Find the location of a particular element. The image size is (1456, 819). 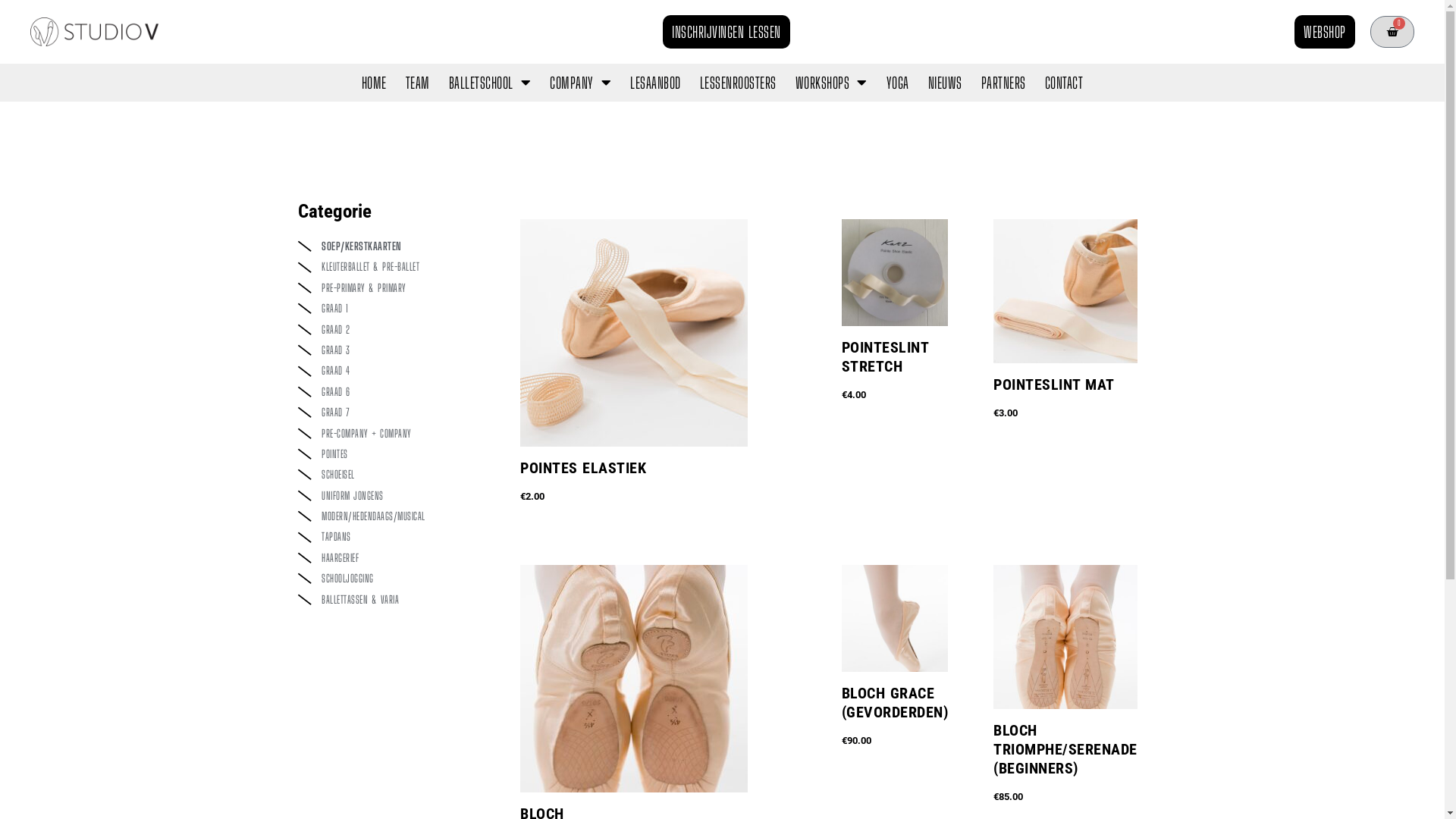

'POINTES' is located at coordinates (393, 453).